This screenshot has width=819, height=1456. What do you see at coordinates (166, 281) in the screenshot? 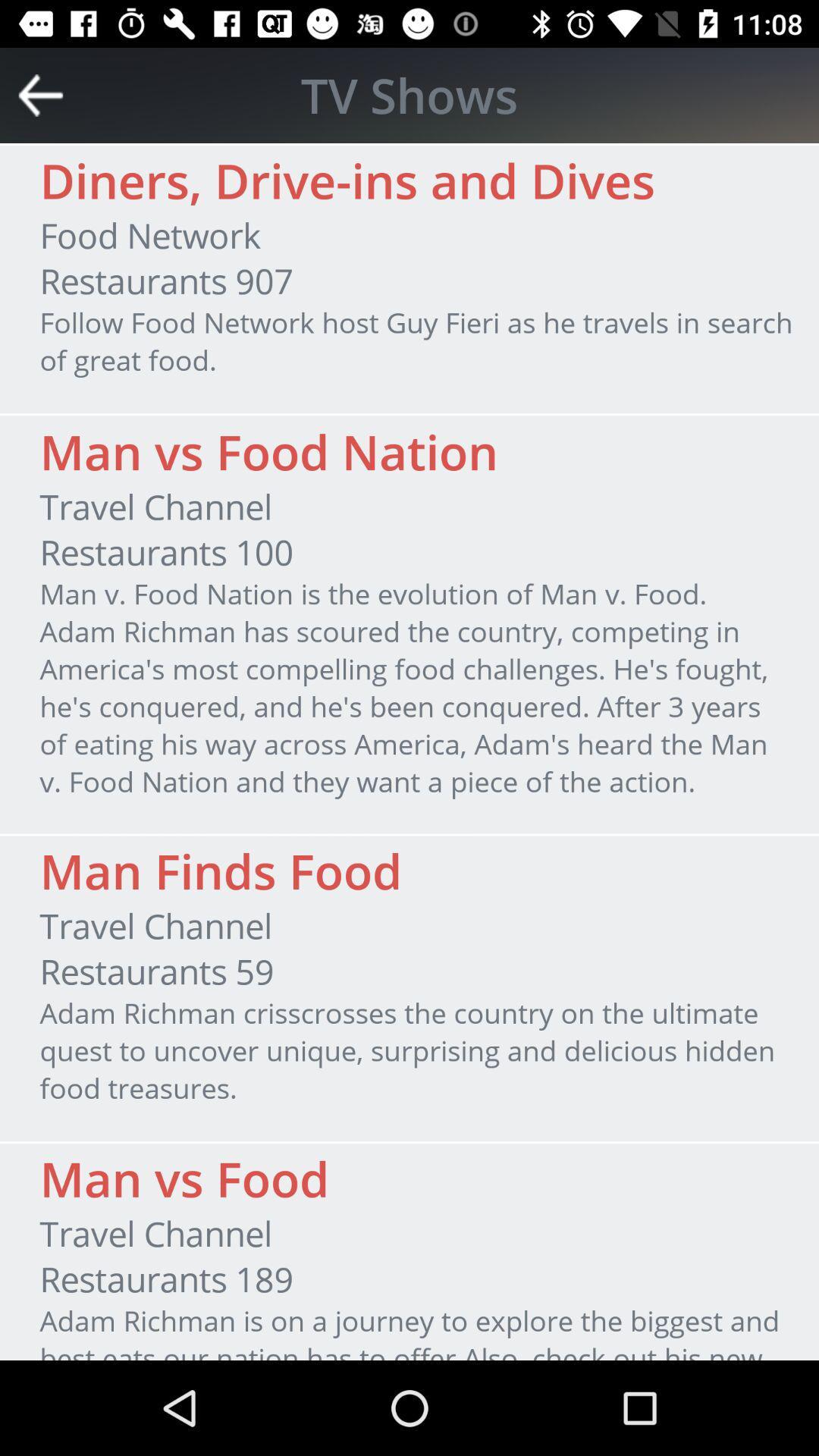
I see `restaurants 907` at bounding box center [166, 281].